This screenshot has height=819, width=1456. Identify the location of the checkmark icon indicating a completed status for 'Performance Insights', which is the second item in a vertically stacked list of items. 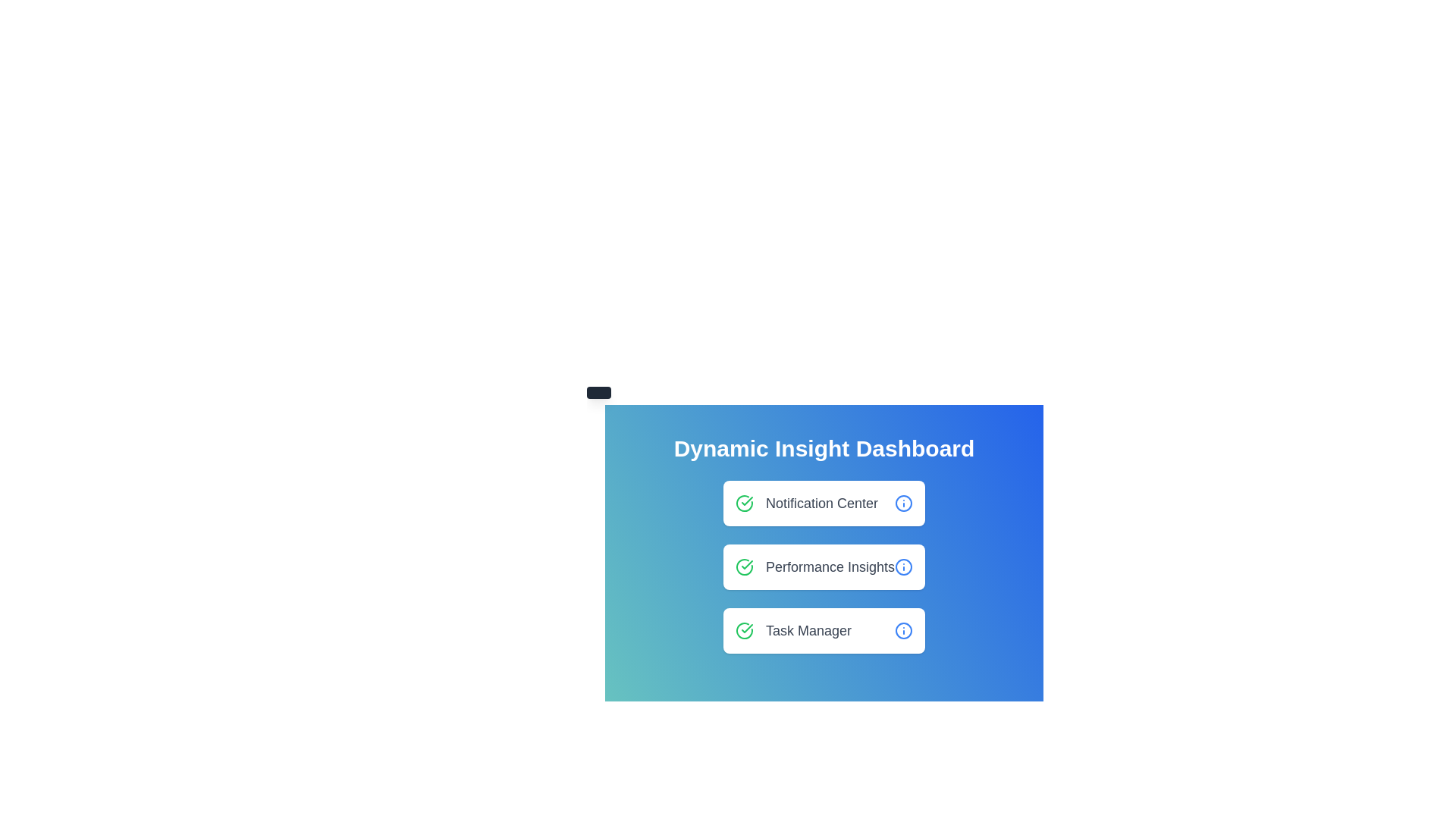
(744, 567).